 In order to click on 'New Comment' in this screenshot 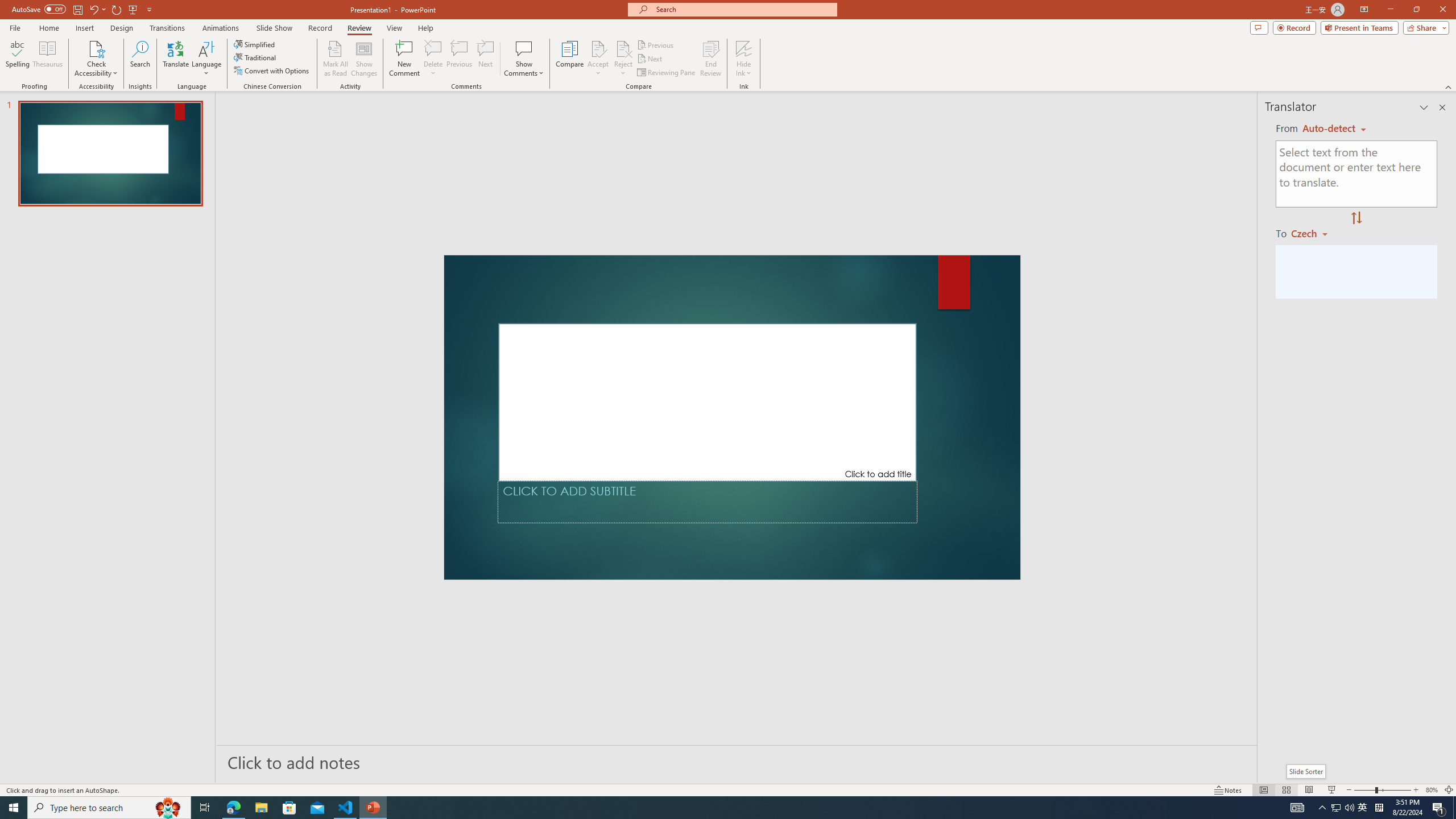, I will do `click(403, 59)`.